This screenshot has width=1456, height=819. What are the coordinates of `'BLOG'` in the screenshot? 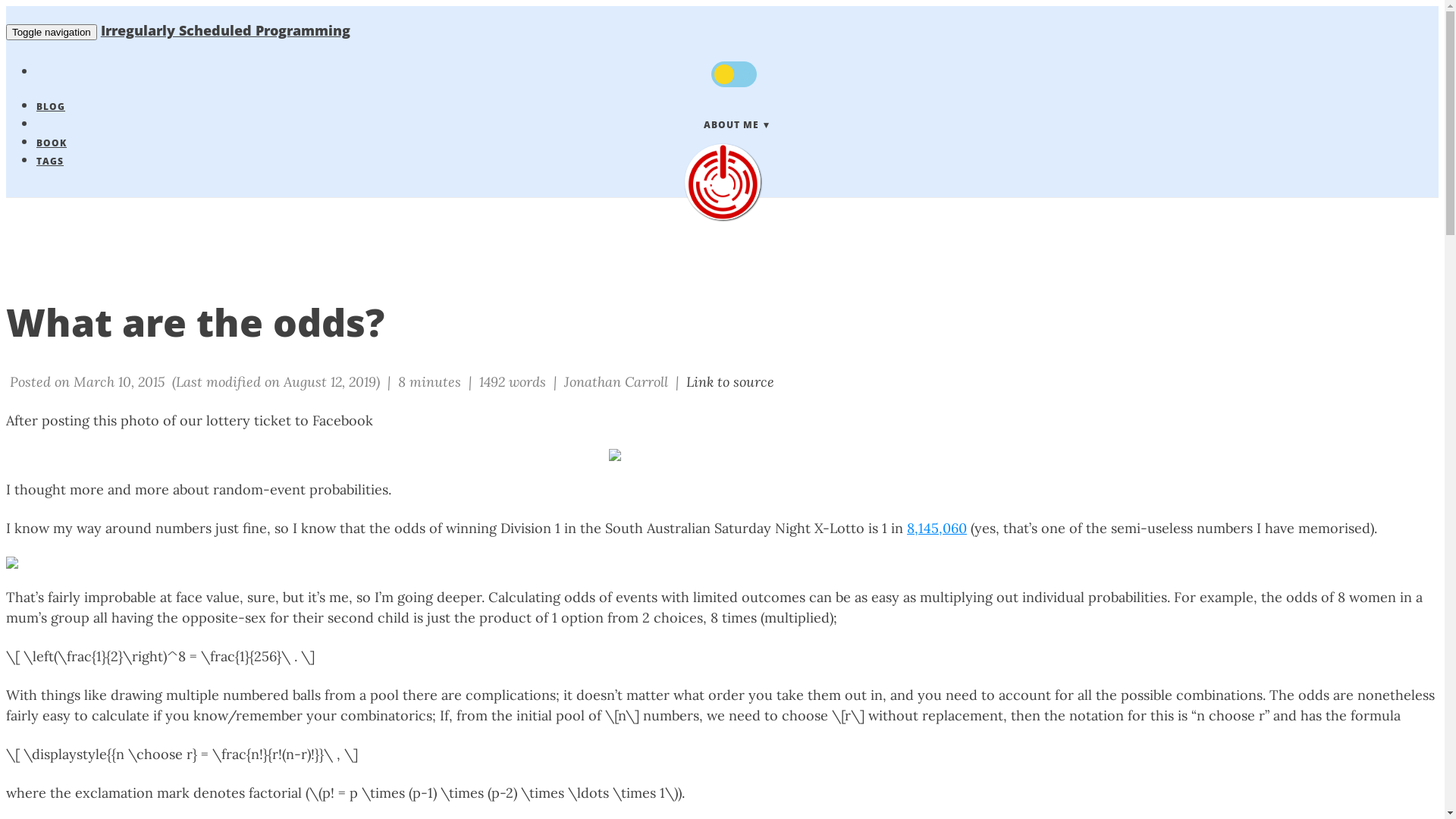 It's located at (51, 105).